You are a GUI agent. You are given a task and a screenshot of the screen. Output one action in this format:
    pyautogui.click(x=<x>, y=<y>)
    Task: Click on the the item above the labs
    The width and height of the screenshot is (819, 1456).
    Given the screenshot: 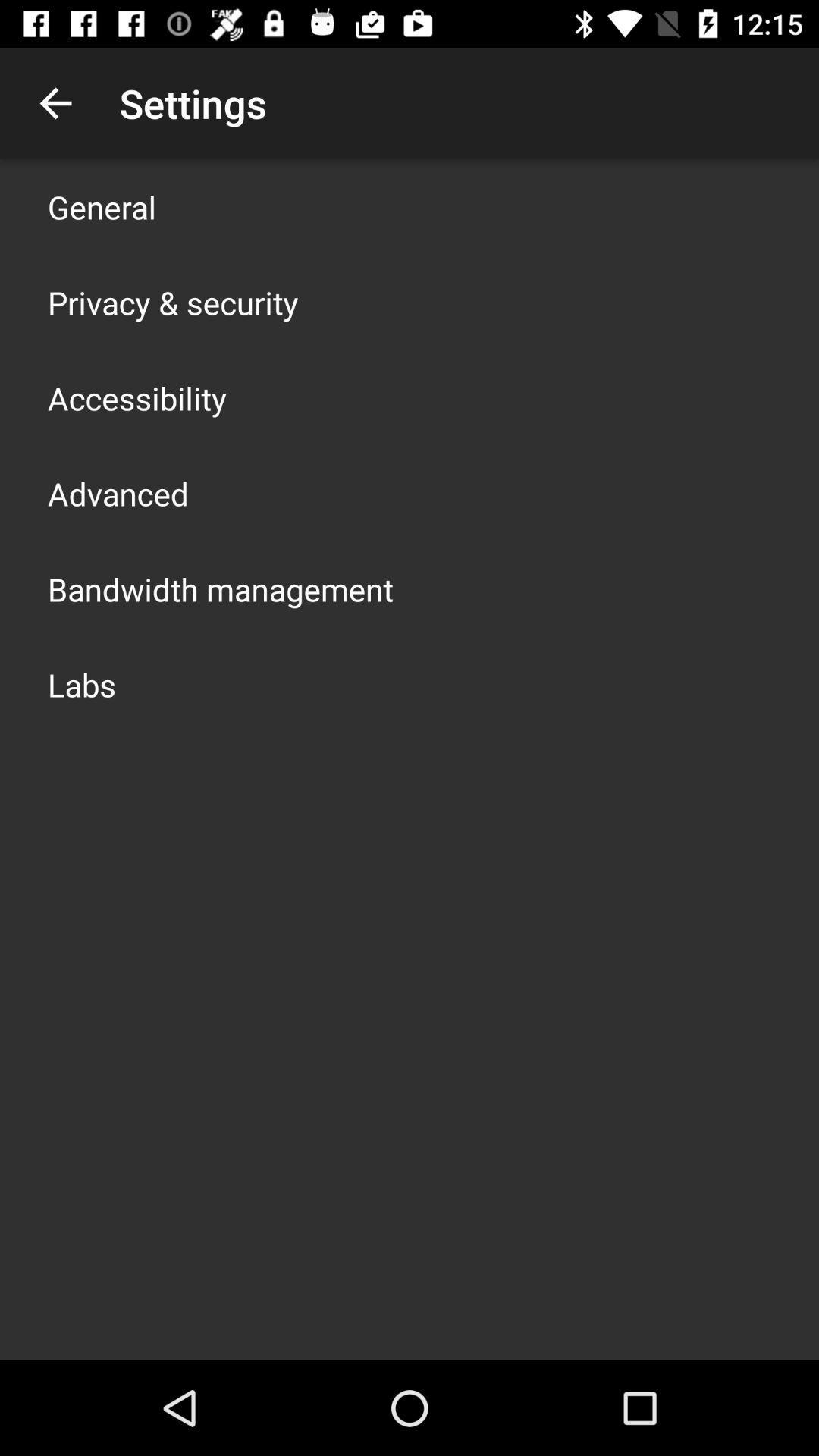 What is the action you would take?
    pyautogui.click(x=220, y=588)
    